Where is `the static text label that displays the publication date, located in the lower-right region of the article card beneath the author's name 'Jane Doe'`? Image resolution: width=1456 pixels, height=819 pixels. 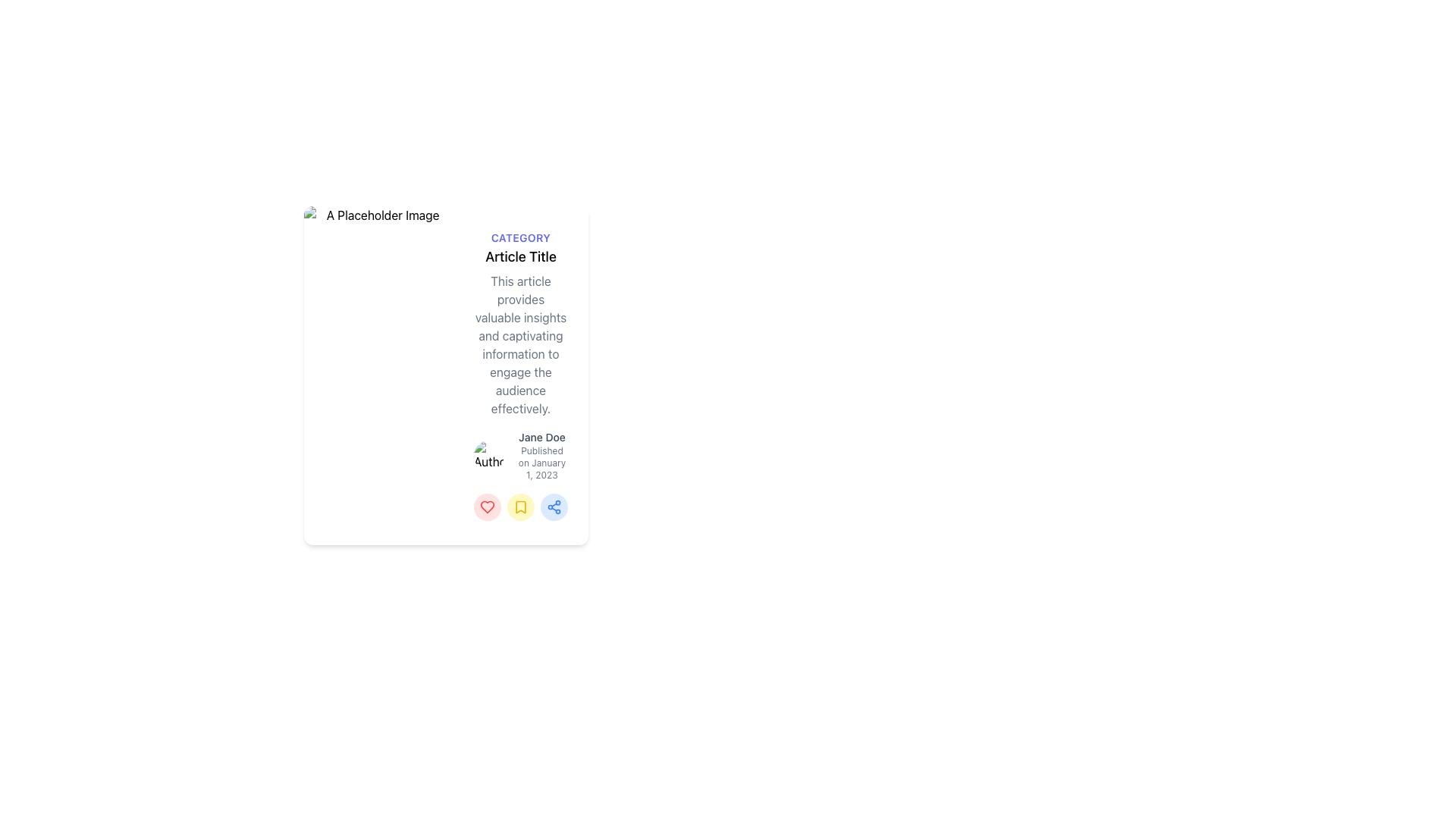
the static text label that displays the publication date, located in the lower-right region of the article card beneath the author's name 'Jane Doe' is located at coordinates (542, 461).